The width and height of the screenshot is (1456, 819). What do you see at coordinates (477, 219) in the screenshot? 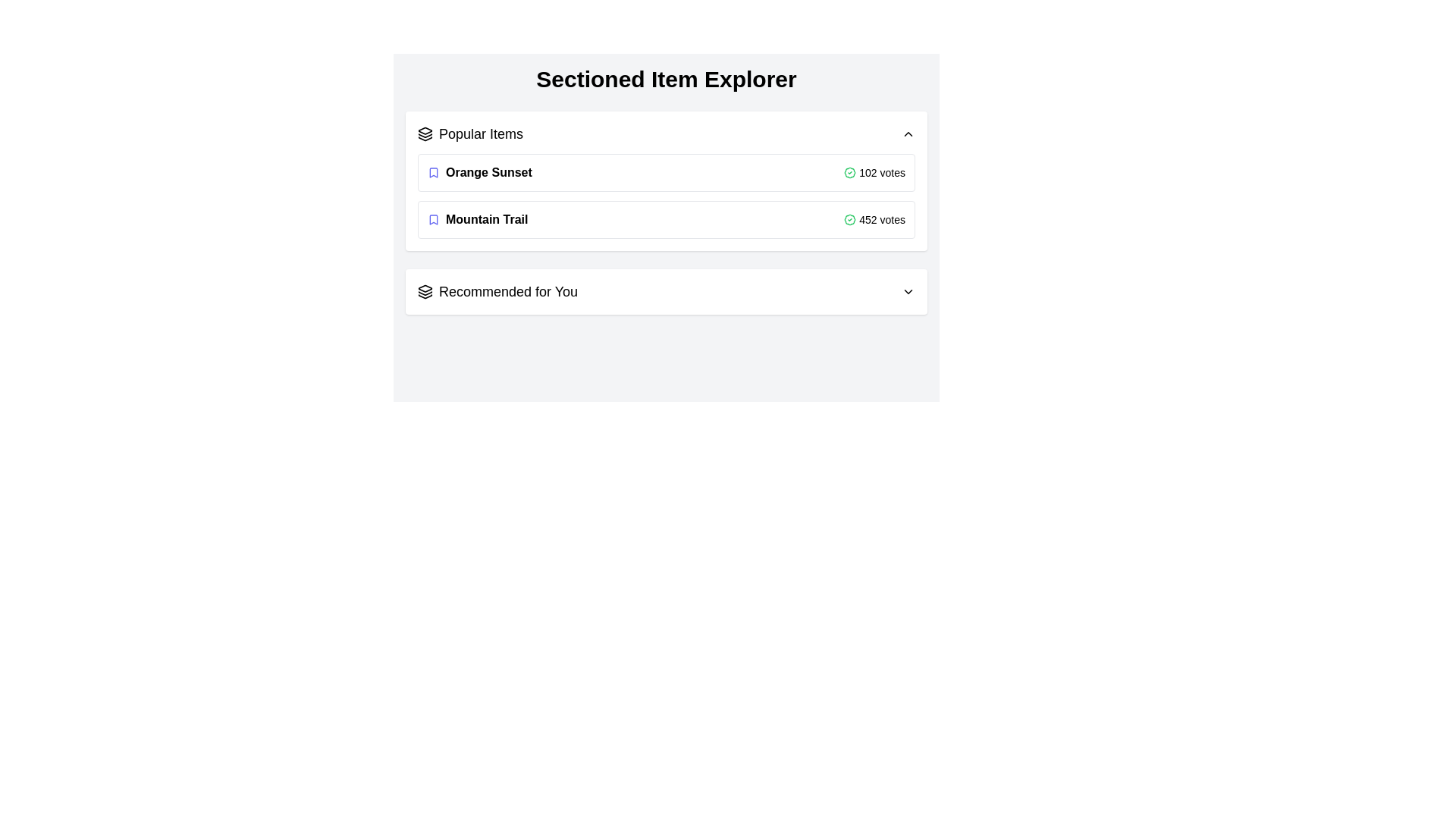
I see `the 'Mountain Trail' text label with the bookmark icon` at bounding box center [477, 219].